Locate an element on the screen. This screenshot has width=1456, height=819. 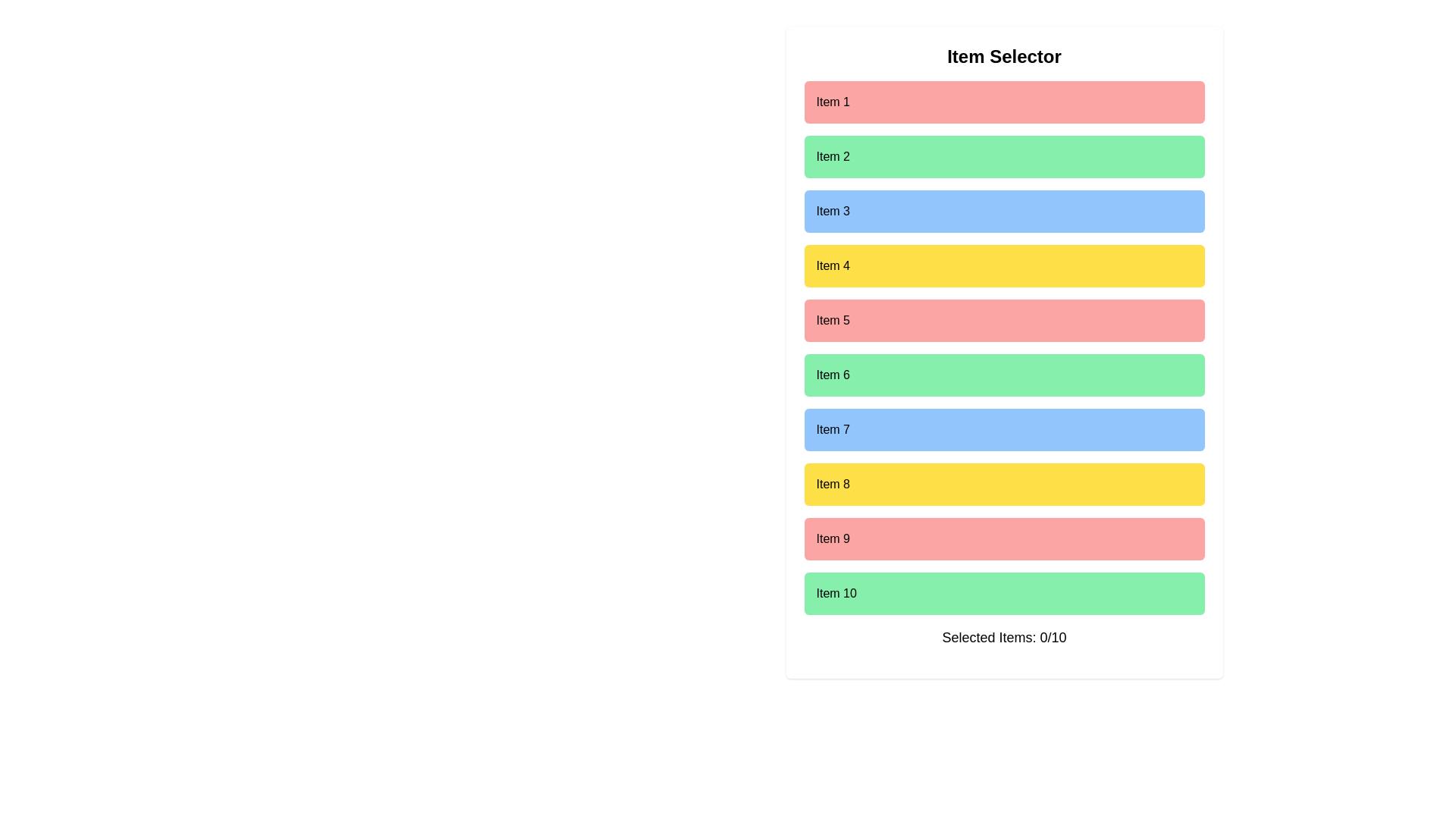
the 6th button labeled 'Item 6' in a vertical list of buttons to trigger a visual scale effect is located at coordinates (1004, 375).